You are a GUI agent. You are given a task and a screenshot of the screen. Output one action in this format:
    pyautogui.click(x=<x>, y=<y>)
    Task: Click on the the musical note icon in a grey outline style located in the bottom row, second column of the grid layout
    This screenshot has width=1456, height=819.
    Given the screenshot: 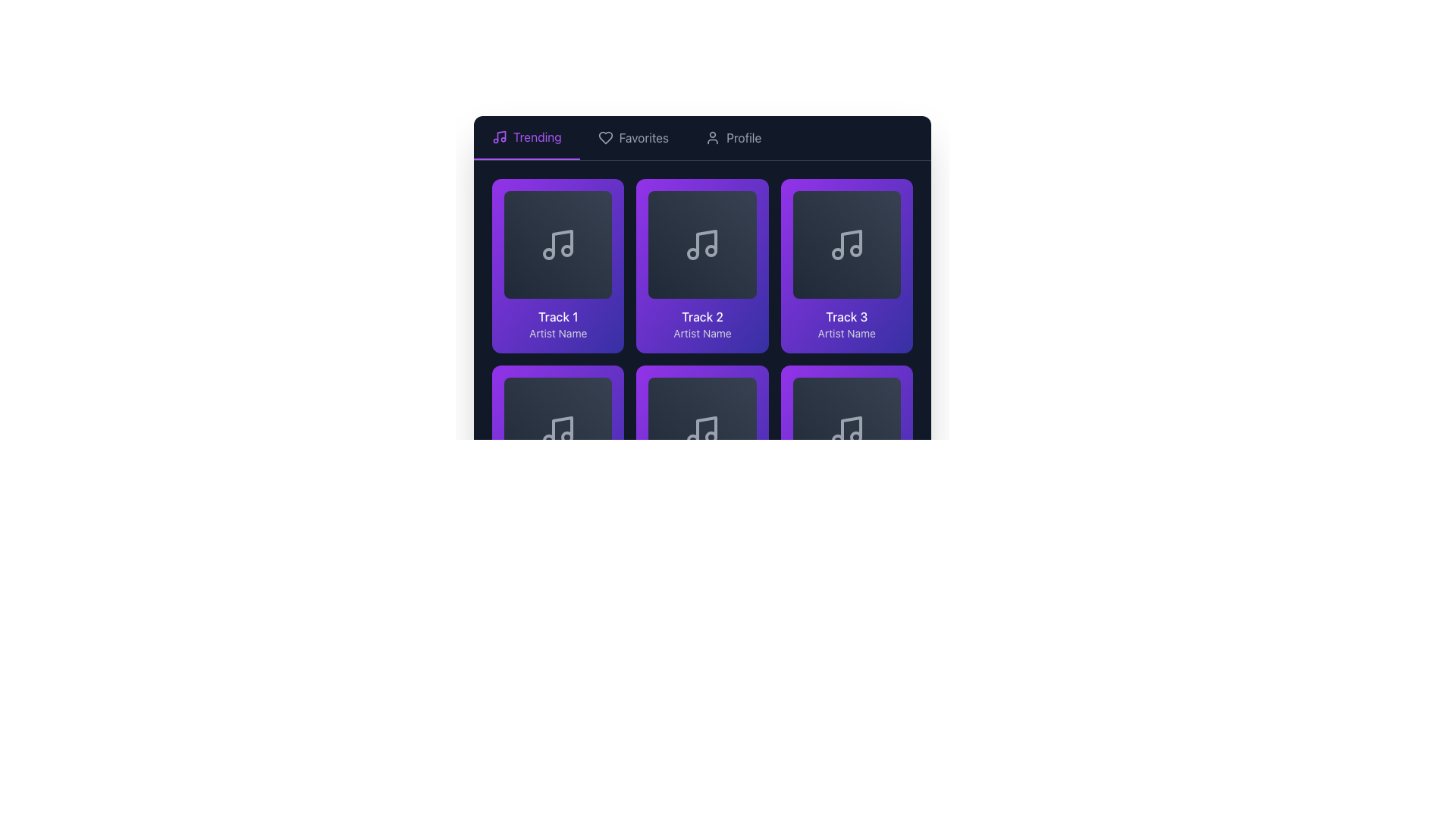 What is the action you would take?
    pyautogui.click(x=701, y=431)
    